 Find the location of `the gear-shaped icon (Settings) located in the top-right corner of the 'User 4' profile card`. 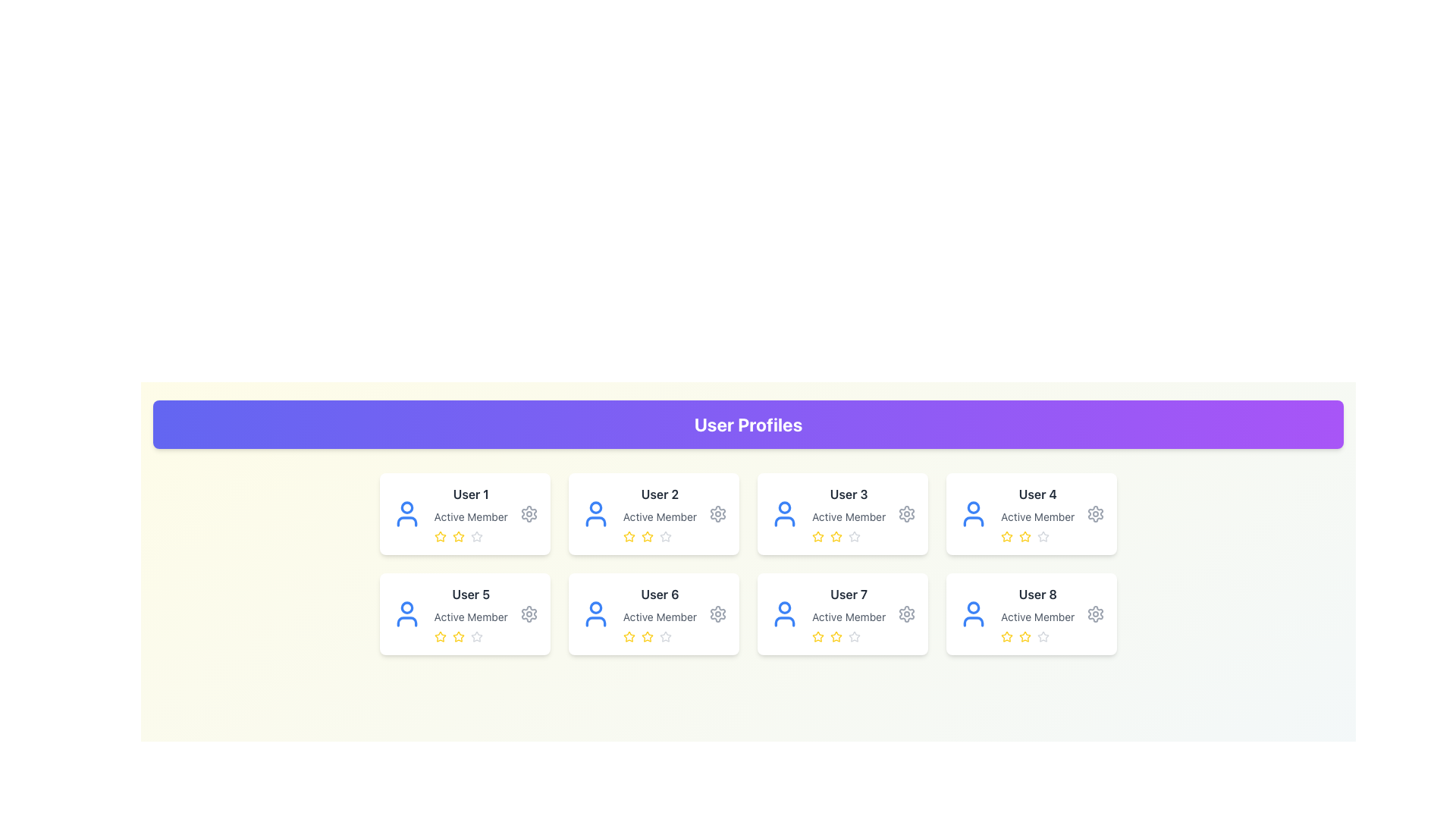

the gear-shaped icon (Settings) located in the top-right corner of the 'User 4' profile card is located at coordinates (1096, 513).